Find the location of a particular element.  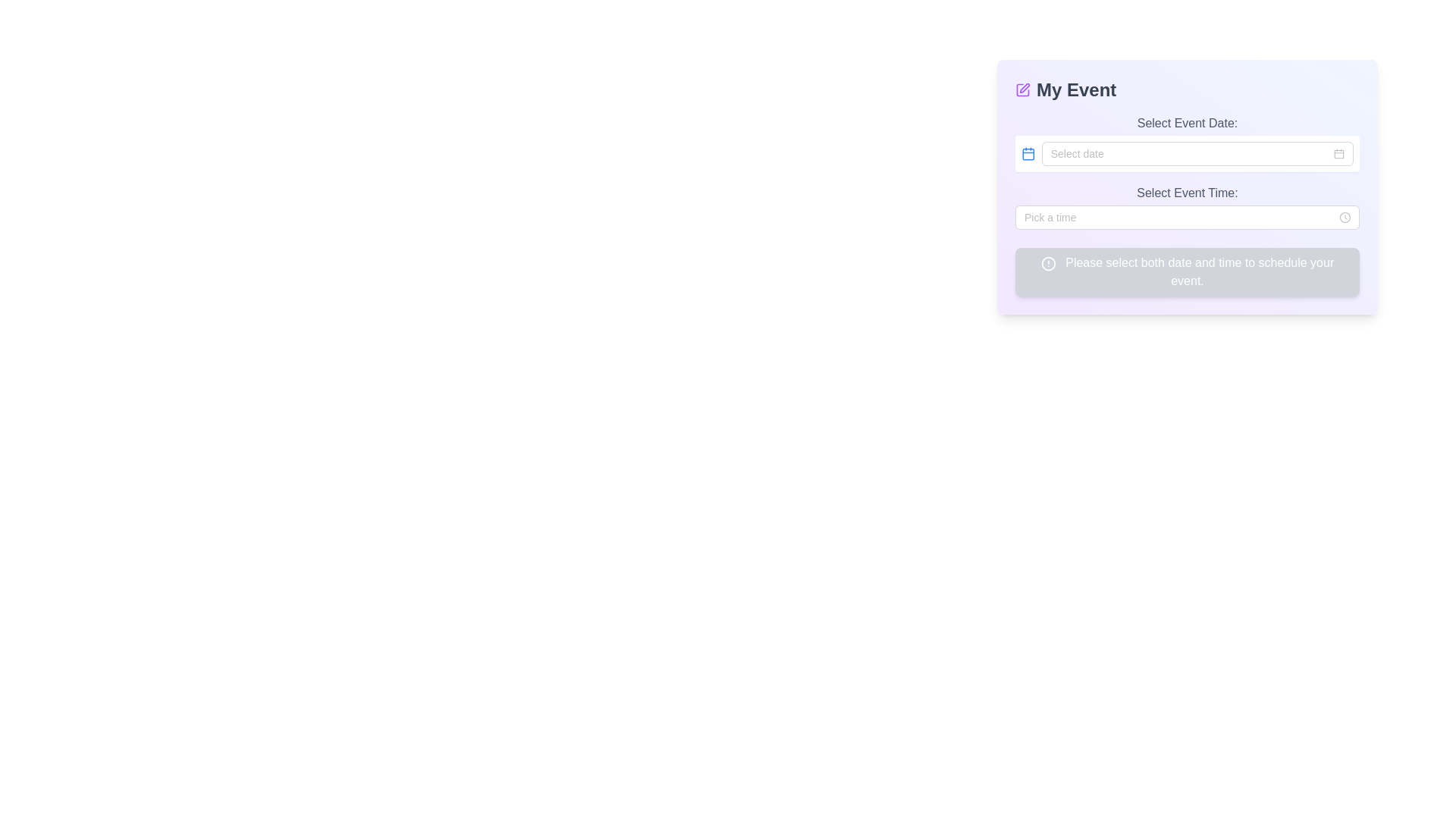

the Date picker input field in the 'Select Event Date:' section of the 'My Event' form is located at coordinates (1197, 154).